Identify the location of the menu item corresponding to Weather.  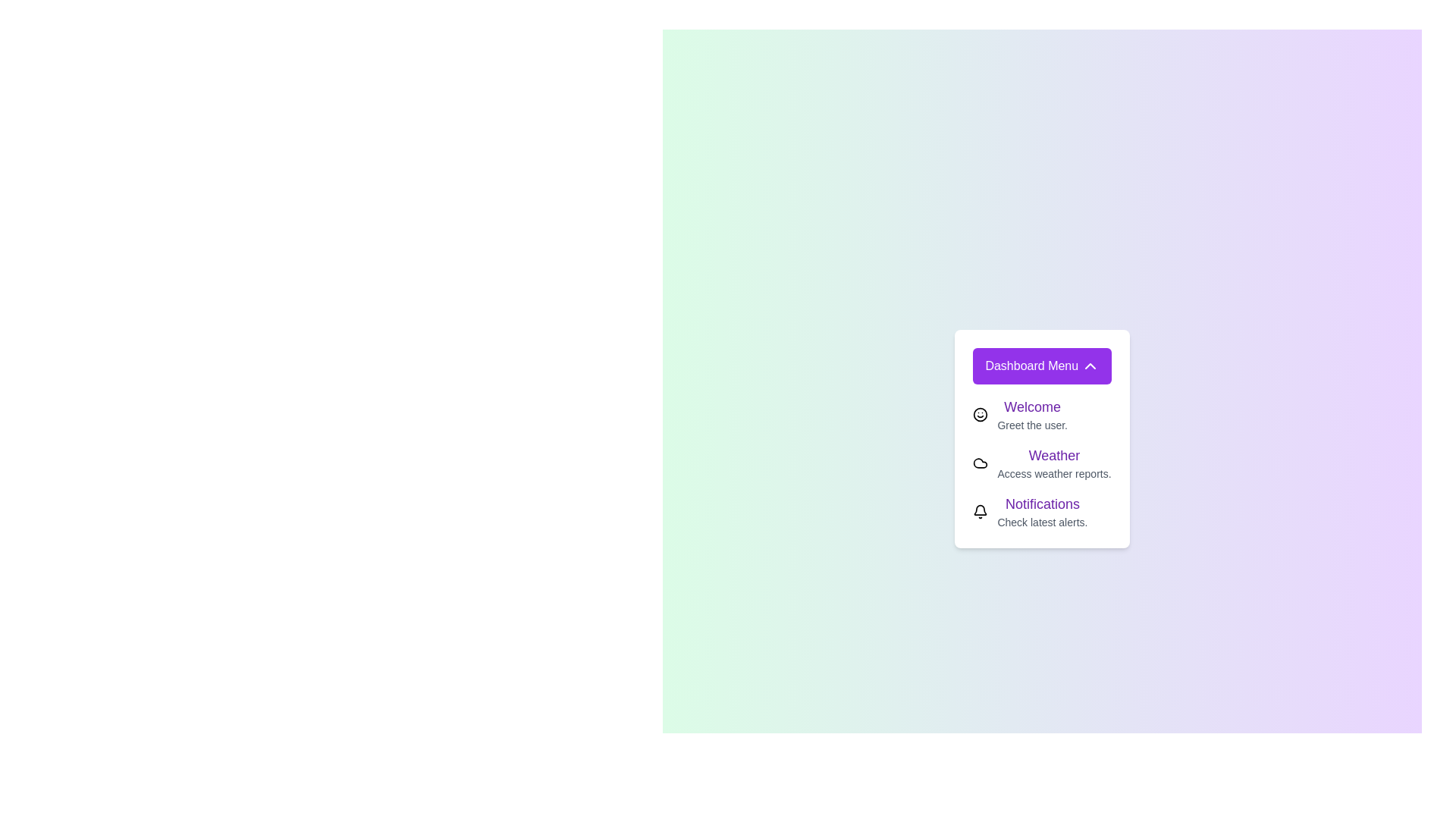
(981, 462).